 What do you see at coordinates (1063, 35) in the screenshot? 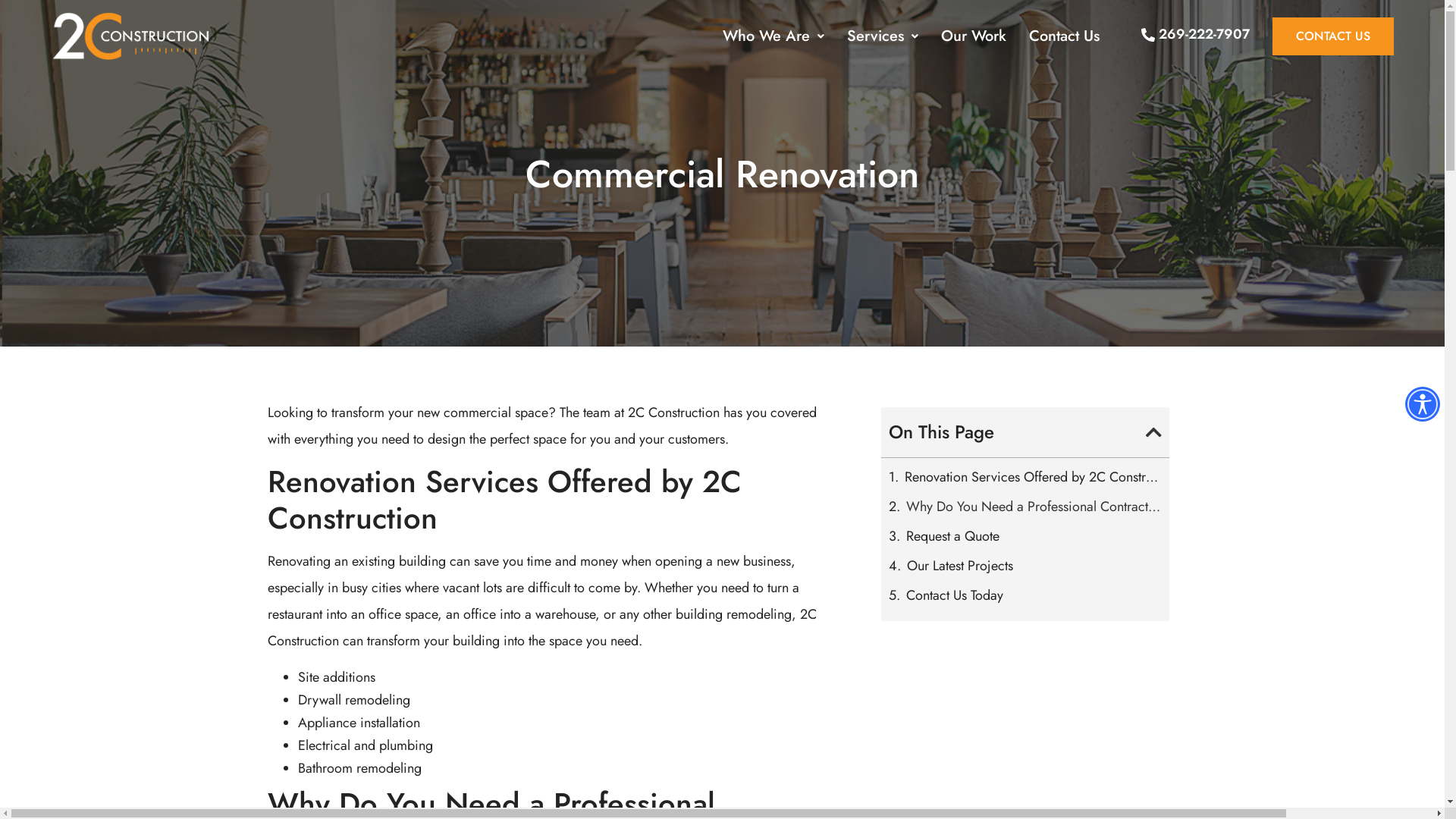
I see `'Contact Us'` at bounding box center [1063, 35].